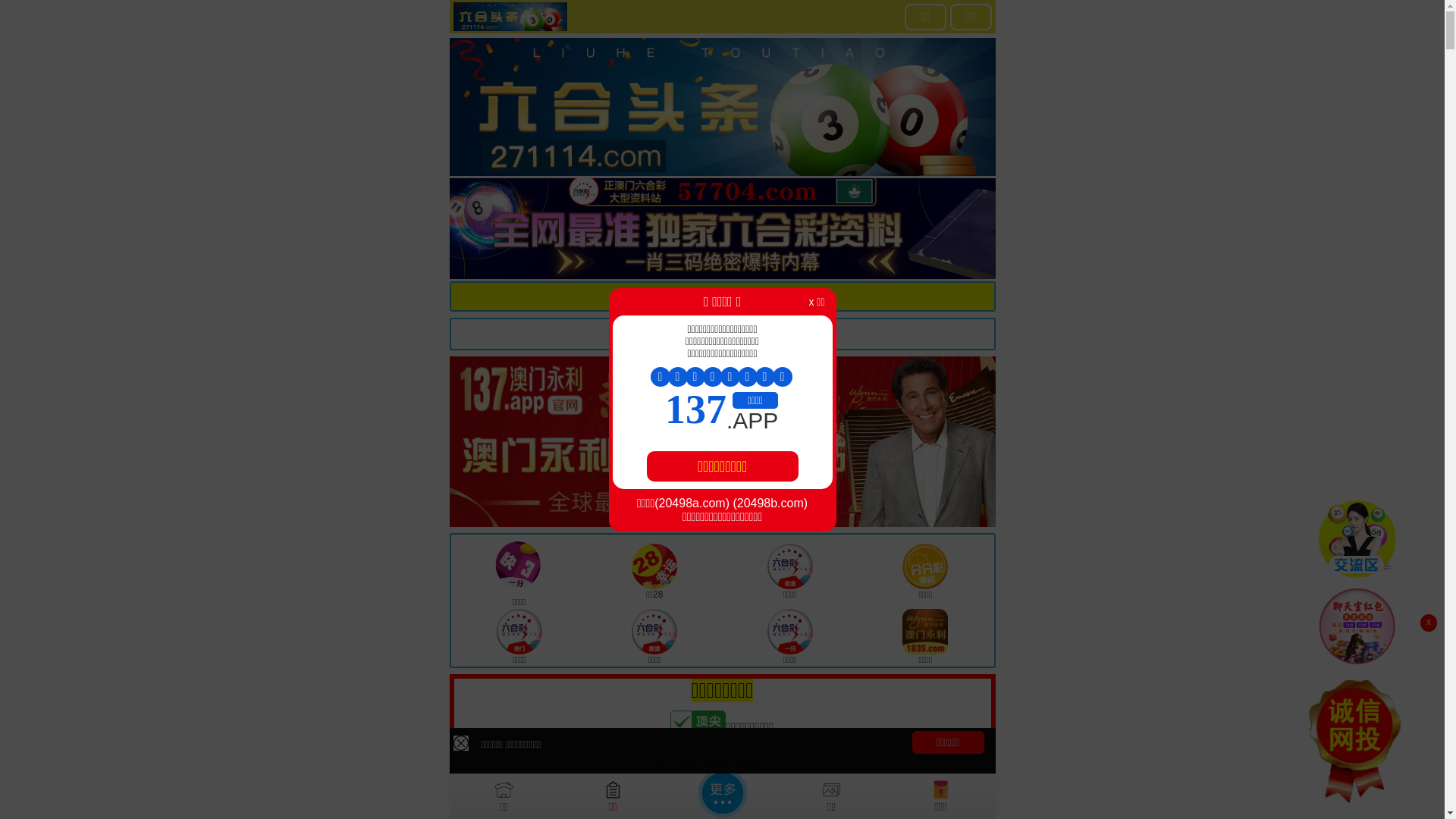  I want to click on 'x', so click(1427, 623).